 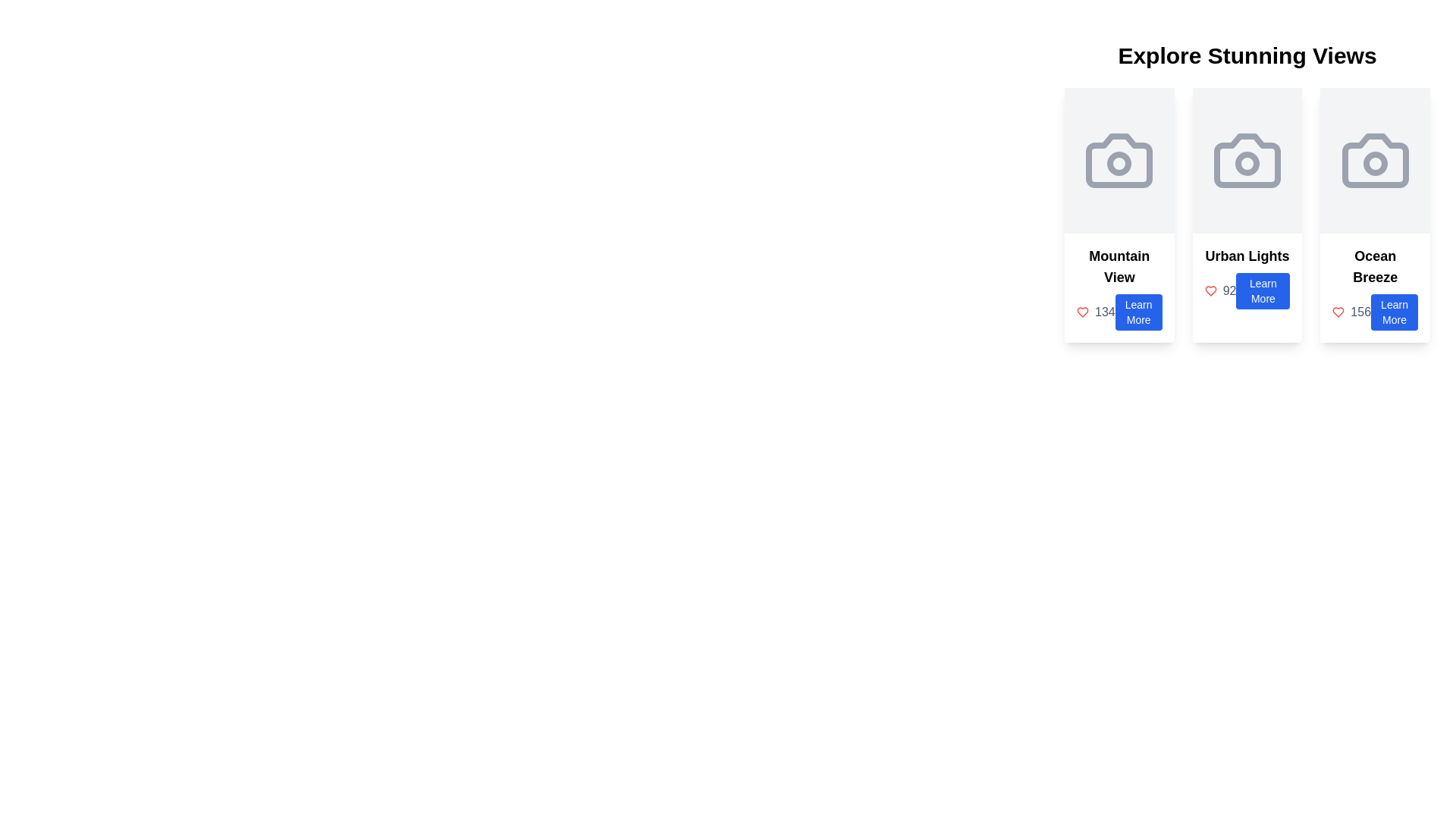 What do you see at coordinates (1247, 161) in the screenshot?
I see `the camera icon representing 'Urban Lights' located in the center of the second card beneath the title 'Explore Stunning Views'` at bounding box center [1247, 161].